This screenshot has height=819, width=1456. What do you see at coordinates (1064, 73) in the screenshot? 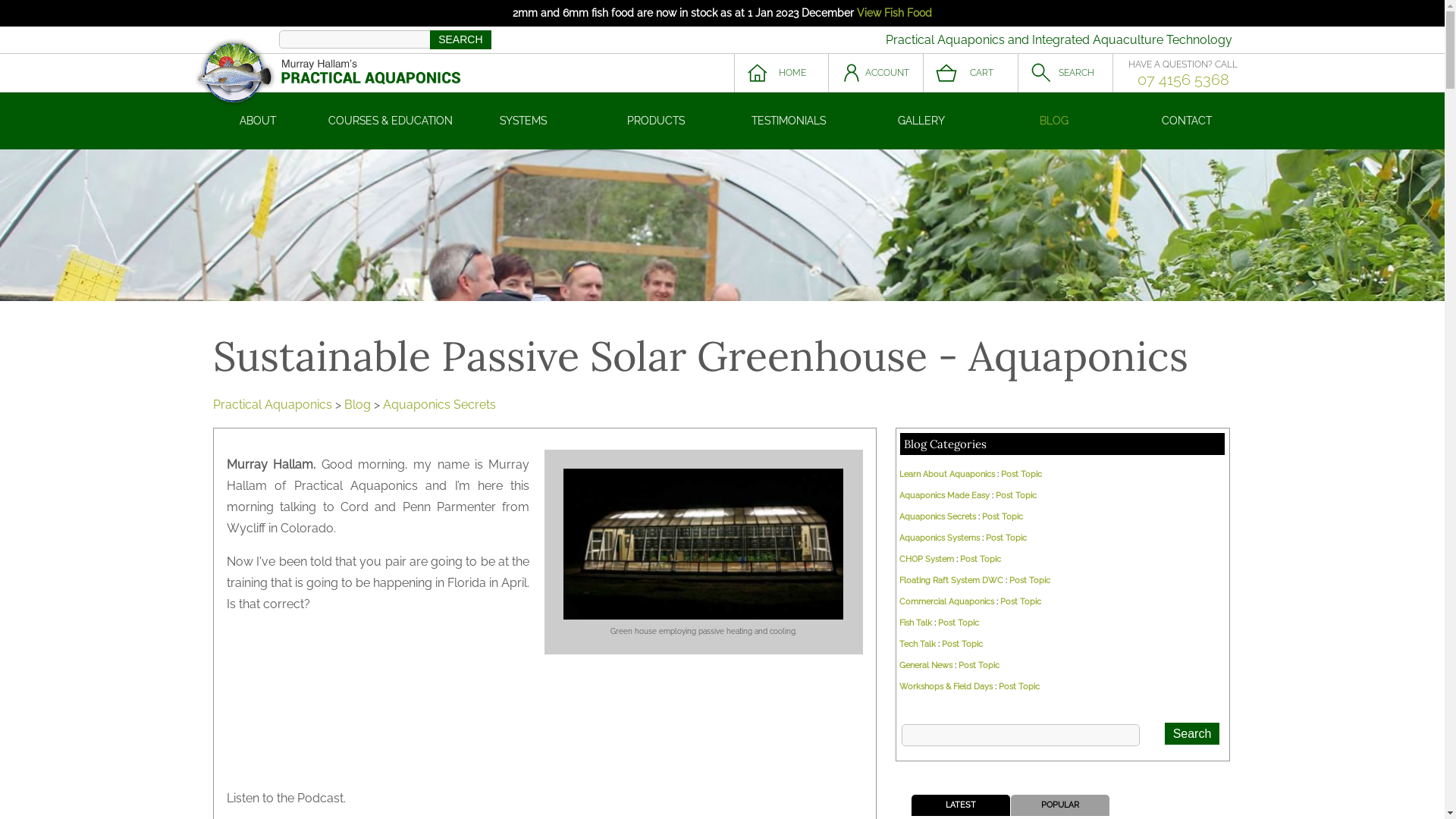
I see `'SEARCH'` at bounding box center [1064, 73].